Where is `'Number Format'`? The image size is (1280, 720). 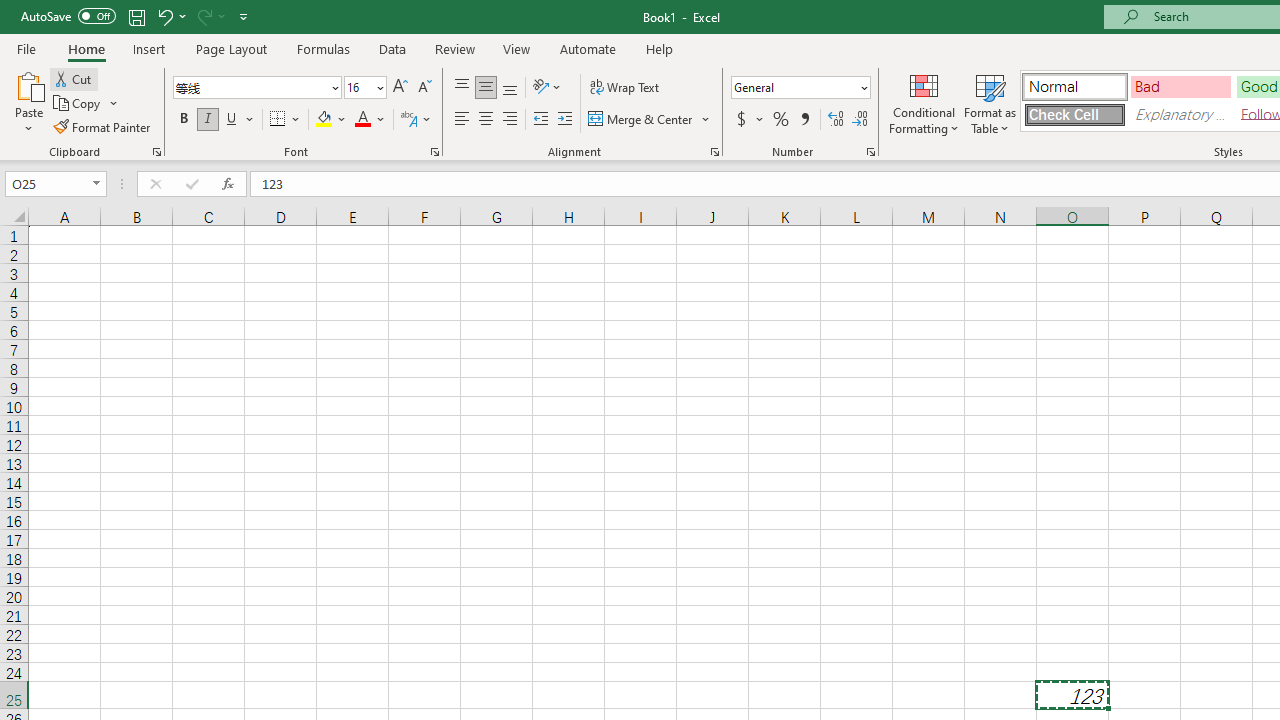
'Number Format' is located at coordinates (800, 86).